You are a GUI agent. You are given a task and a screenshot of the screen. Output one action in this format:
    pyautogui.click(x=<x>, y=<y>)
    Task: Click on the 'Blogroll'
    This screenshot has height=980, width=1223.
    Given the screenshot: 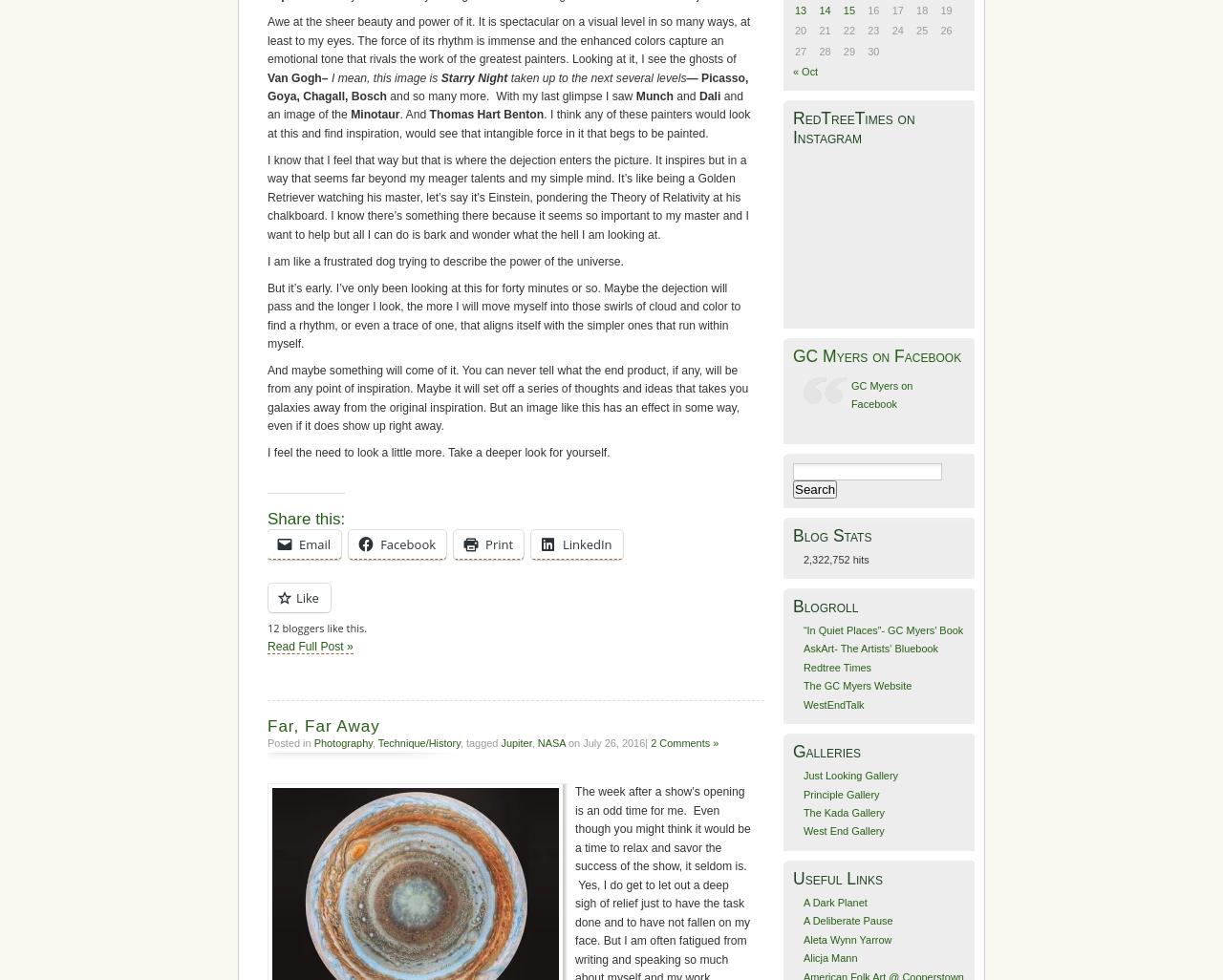 What is the action you would take?
    pyautogui.click(x=826, y=605)
    